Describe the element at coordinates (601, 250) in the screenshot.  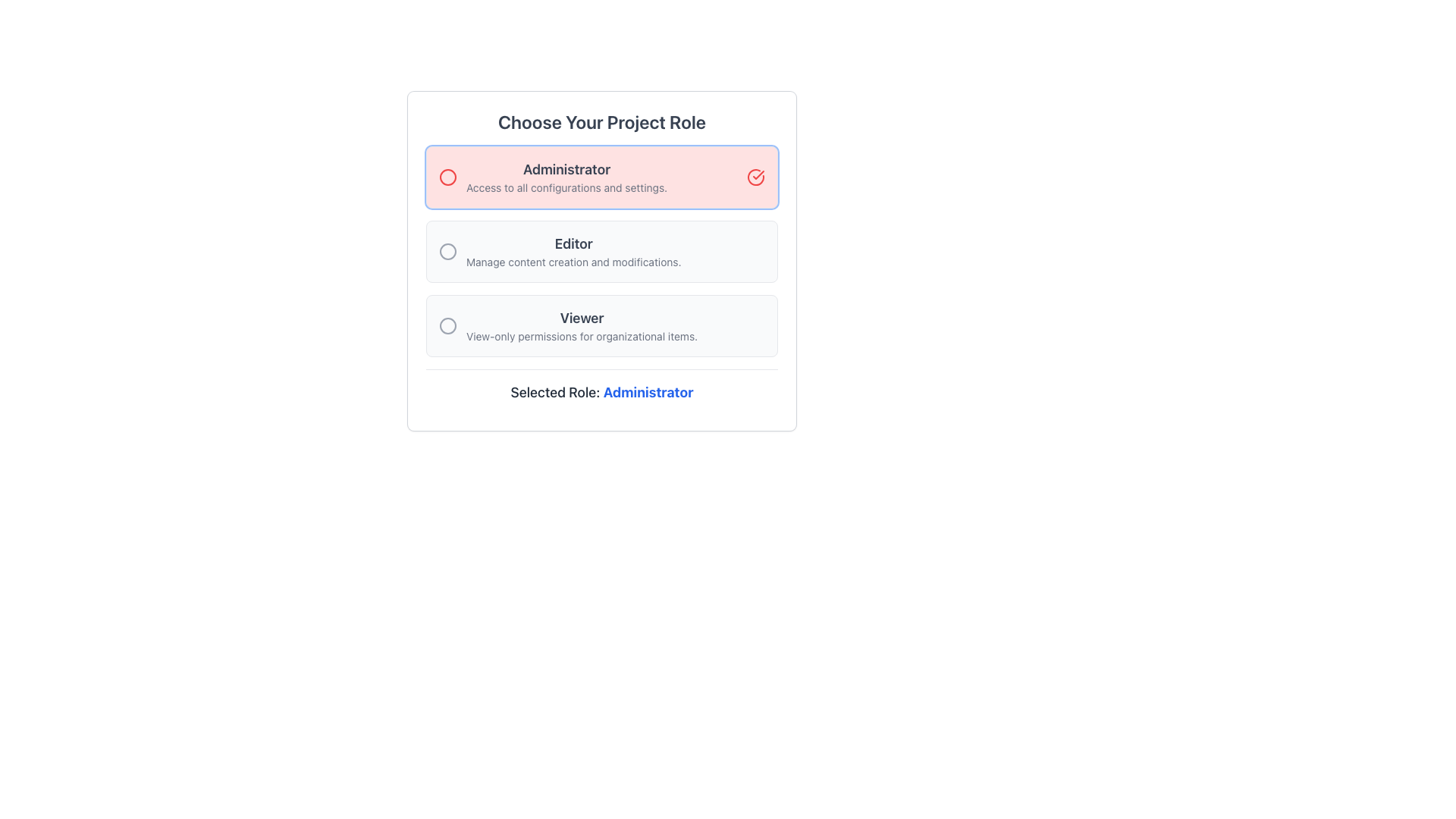
I see `the 'Editor' radio button group item` at that location.